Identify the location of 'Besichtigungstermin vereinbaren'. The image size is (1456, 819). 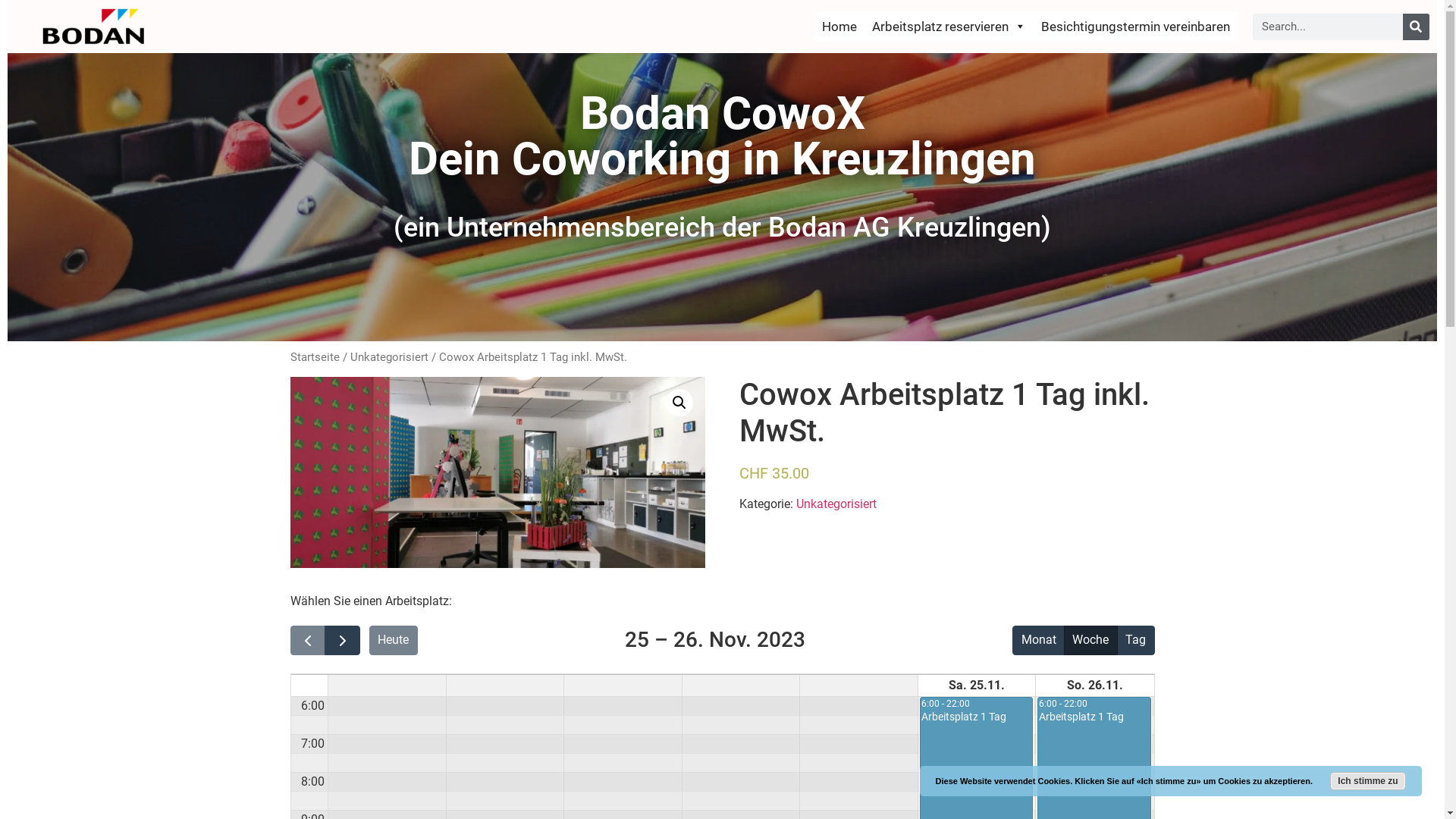
(1135, 26).